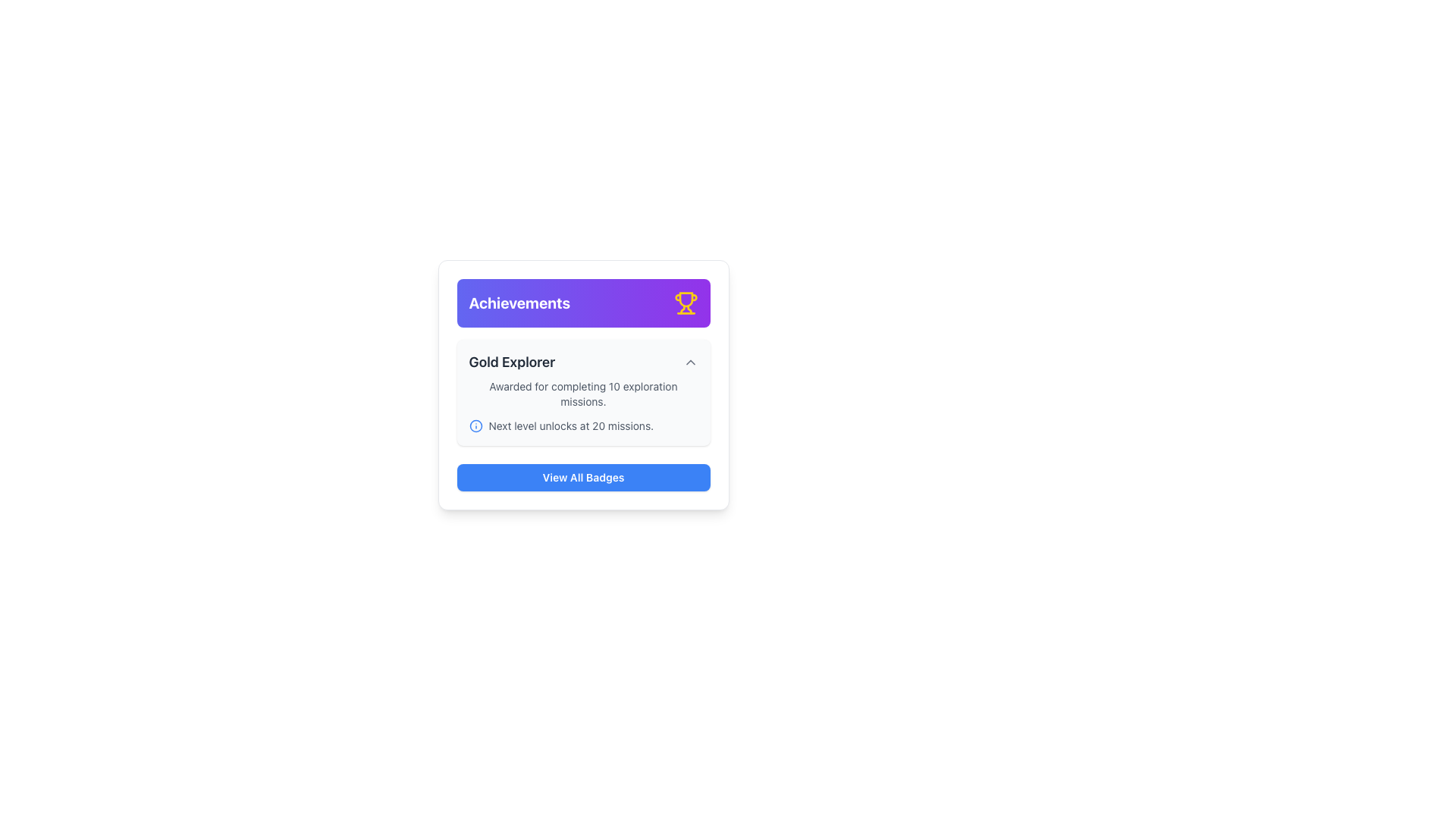 The image size is (1456, 819). I want to click on information provided in the Informational Text Block with Icon located within the 'Gold Explorer' card, situated below the title 'Gold Explorer' and above the 'View All Badges' button, so click(582, 406).